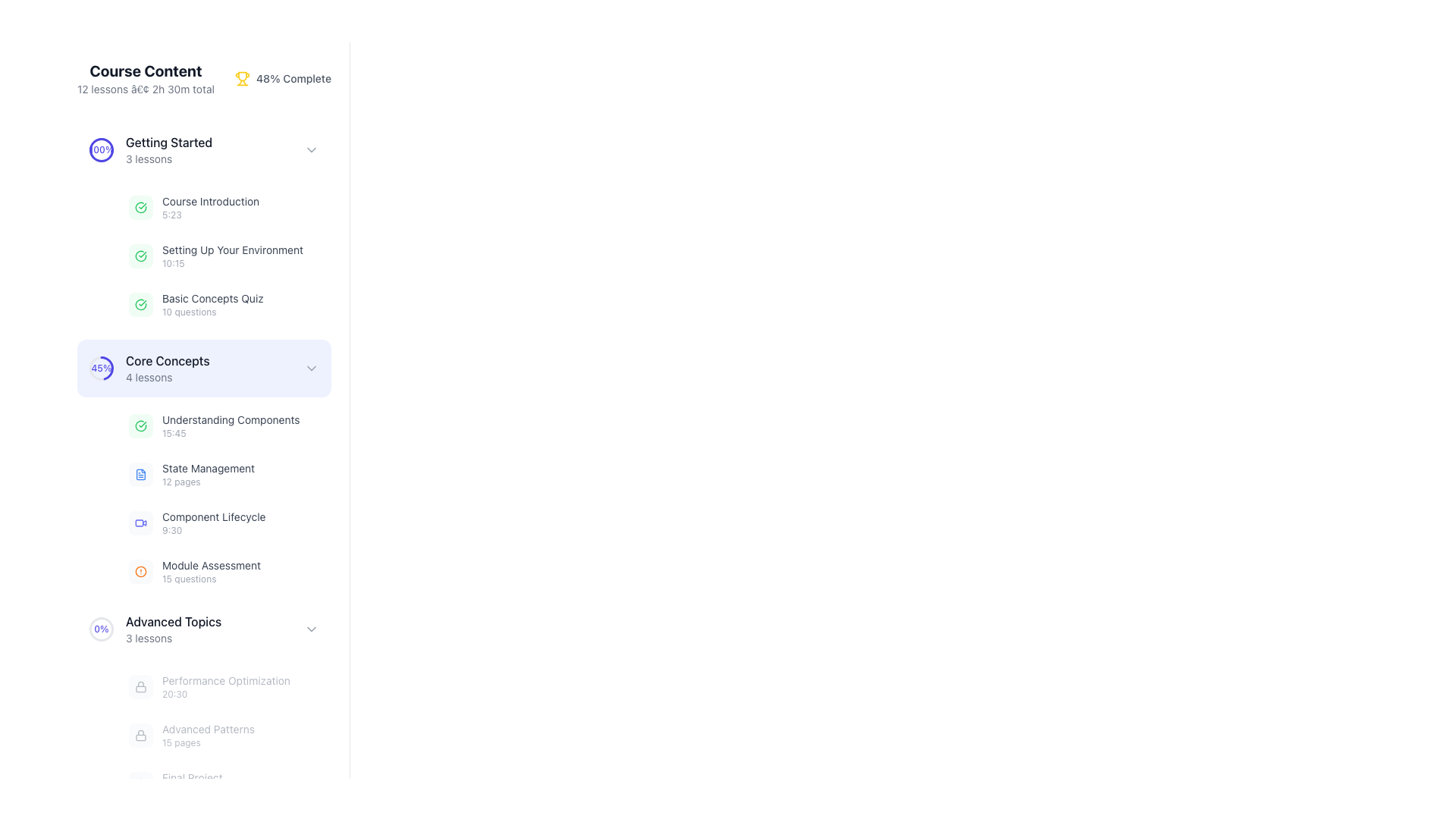 This screenshot has width=1456, height=819. Describe the element at coordinates (209, 687) in the screenshot. I see `the locked lesson item with a lock icon located in the 'Advanced Topics' section, which is the first entry below the section title` at that location.